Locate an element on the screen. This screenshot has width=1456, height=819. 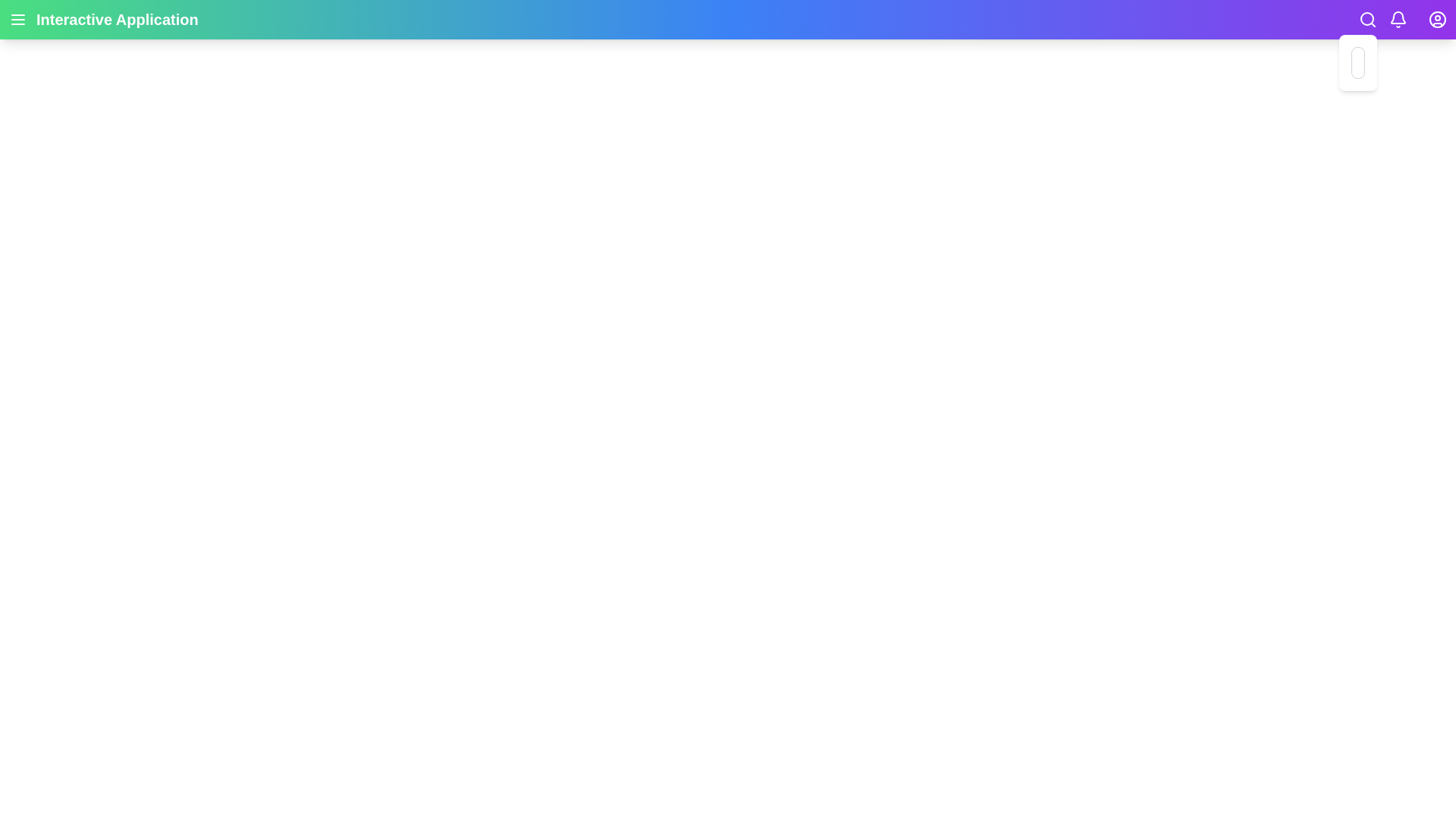
the user icon to view profile options is located at coordinates (1437, 20).